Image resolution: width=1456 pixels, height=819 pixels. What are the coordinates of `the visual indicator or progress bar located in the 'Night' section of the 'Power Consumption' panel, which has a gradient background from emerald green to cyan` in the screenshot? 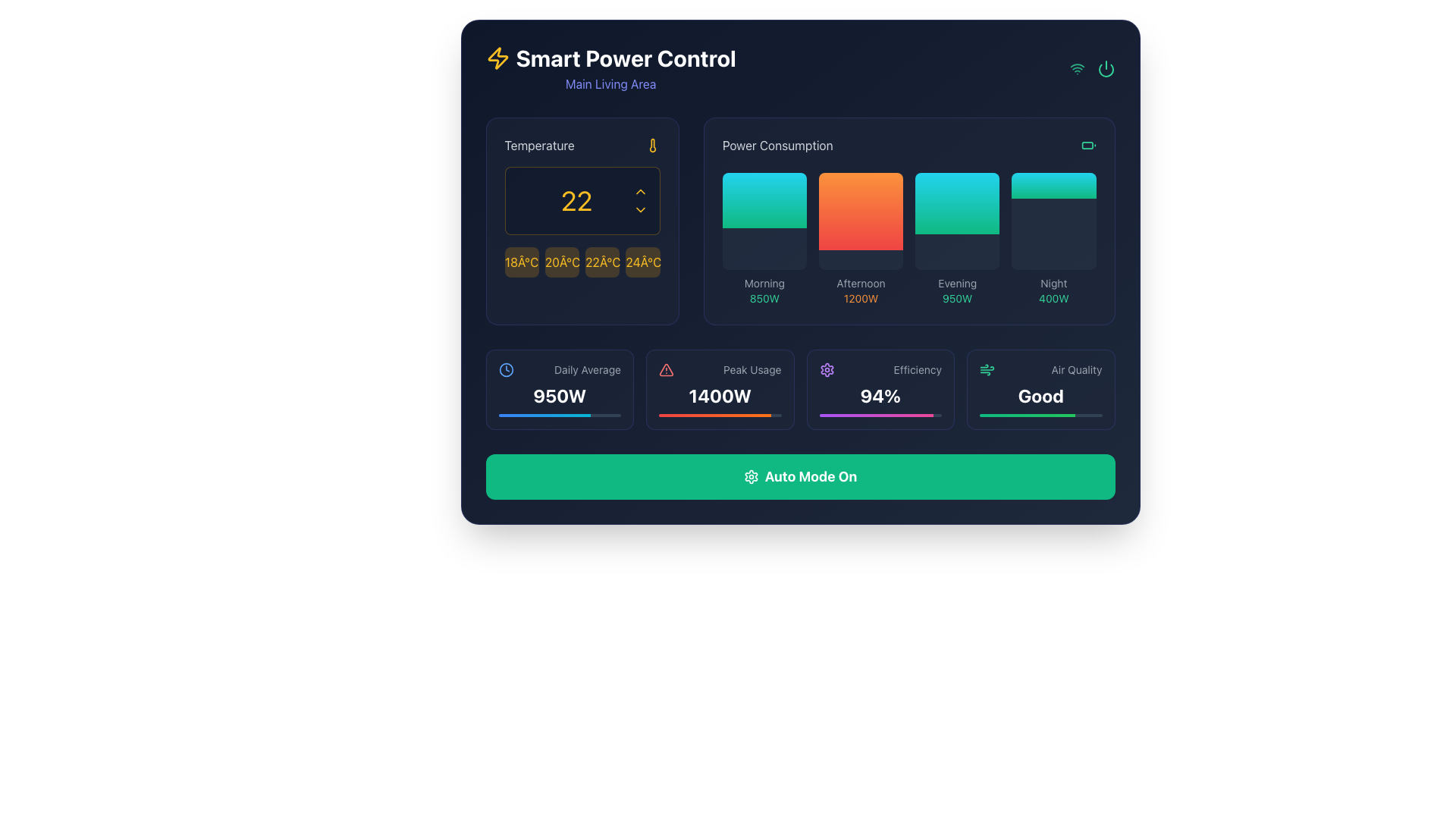 It's located at (1053, 185).